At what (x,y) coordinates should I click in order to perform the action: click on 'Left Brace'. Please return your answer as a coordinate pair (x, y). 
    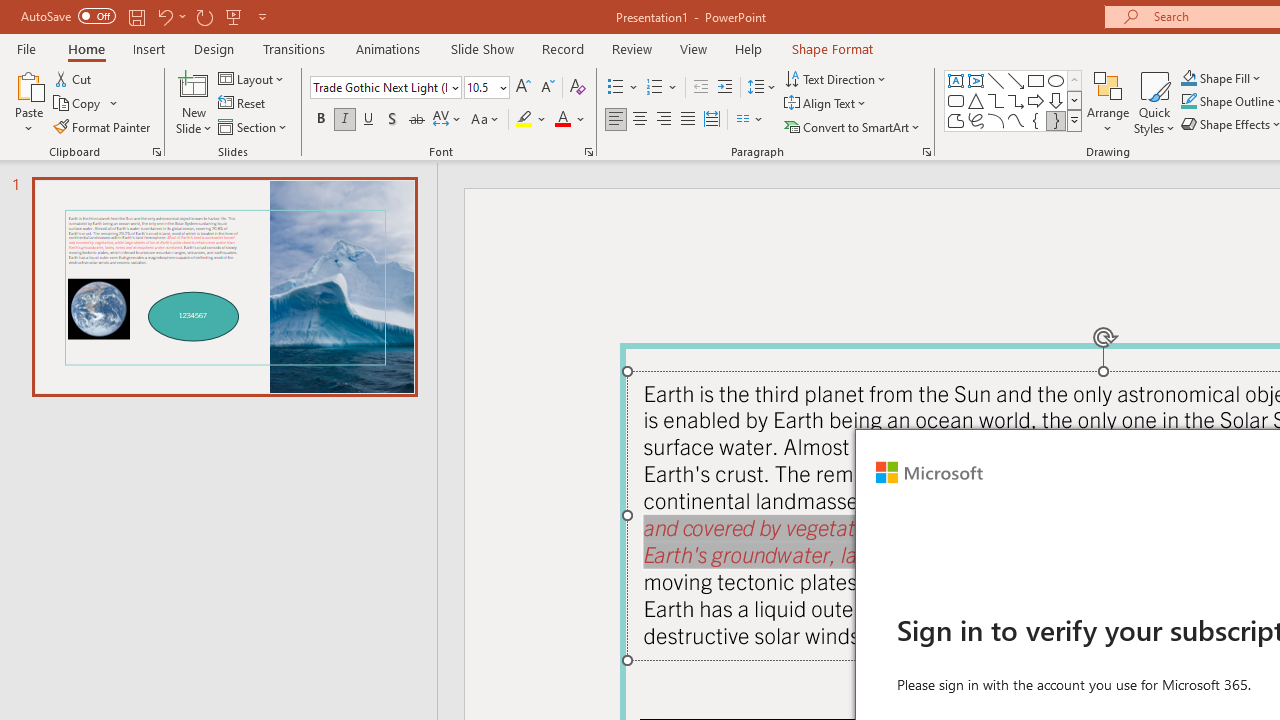
    Looking at the image, I should click on (1036, 120).